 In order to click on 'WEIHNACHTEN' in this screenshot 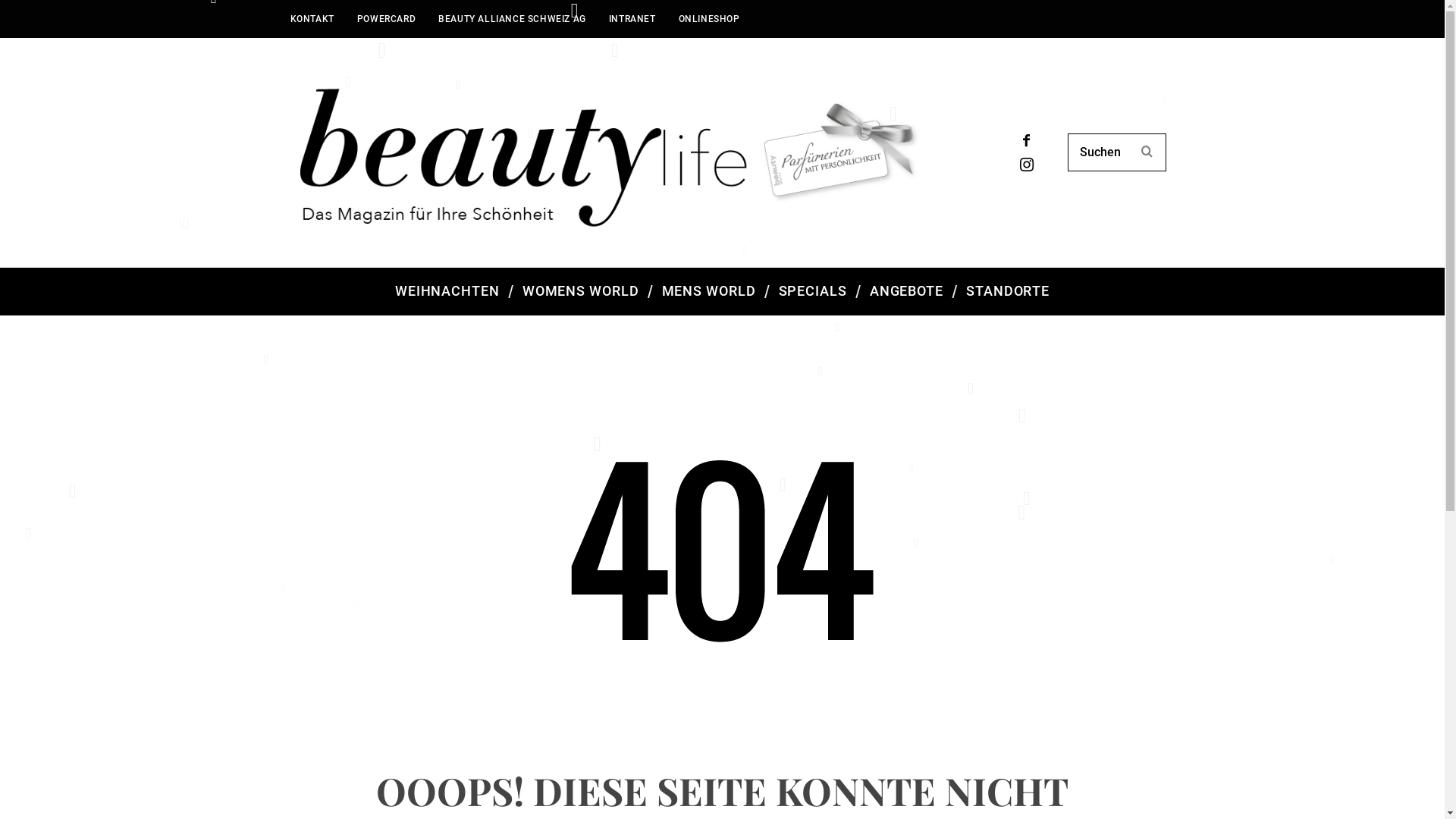, I will do `click(447, 291)`.